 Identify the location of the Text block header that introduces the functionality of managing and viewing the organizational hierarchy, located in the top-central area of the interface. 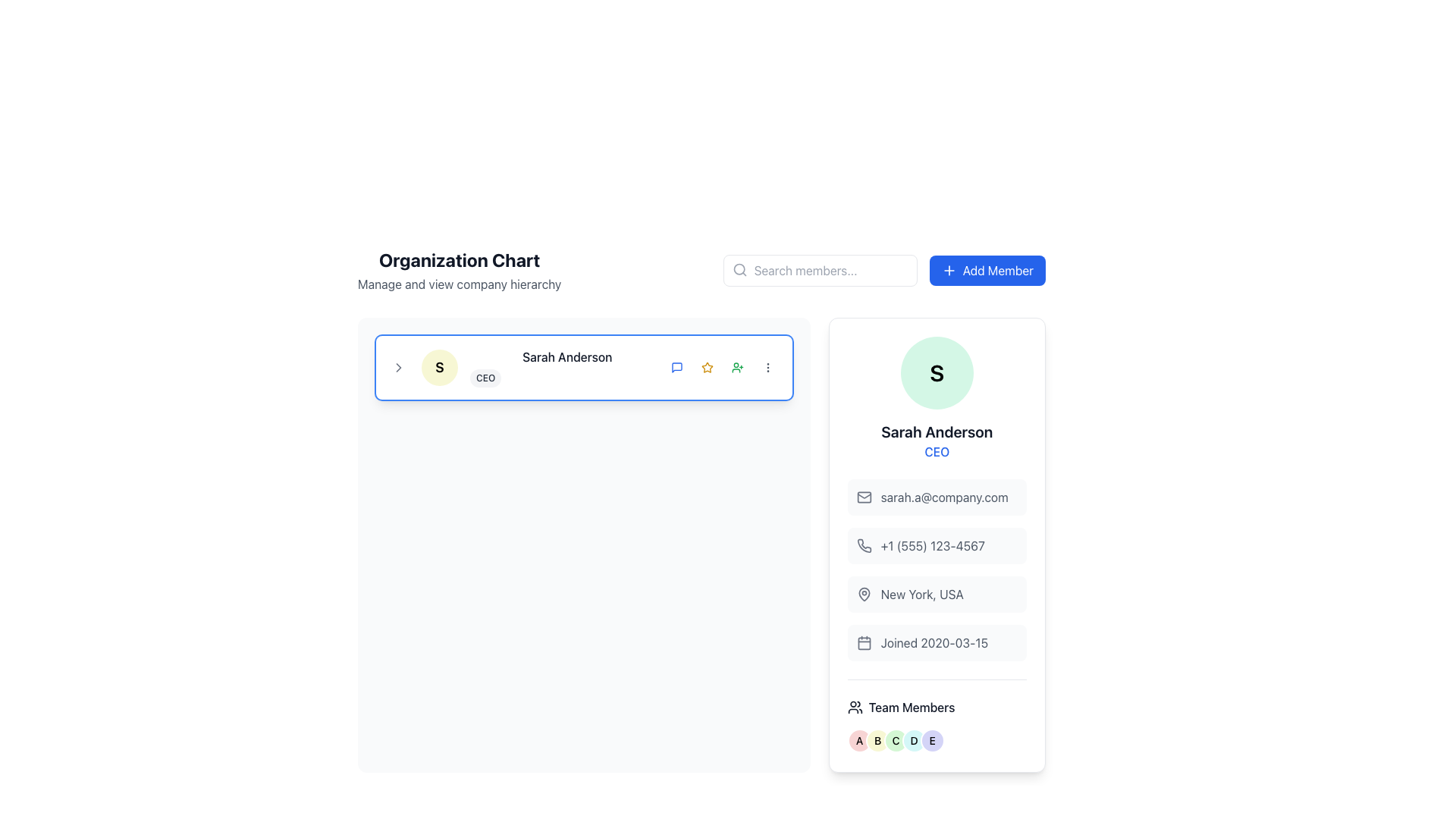
(459, 270).